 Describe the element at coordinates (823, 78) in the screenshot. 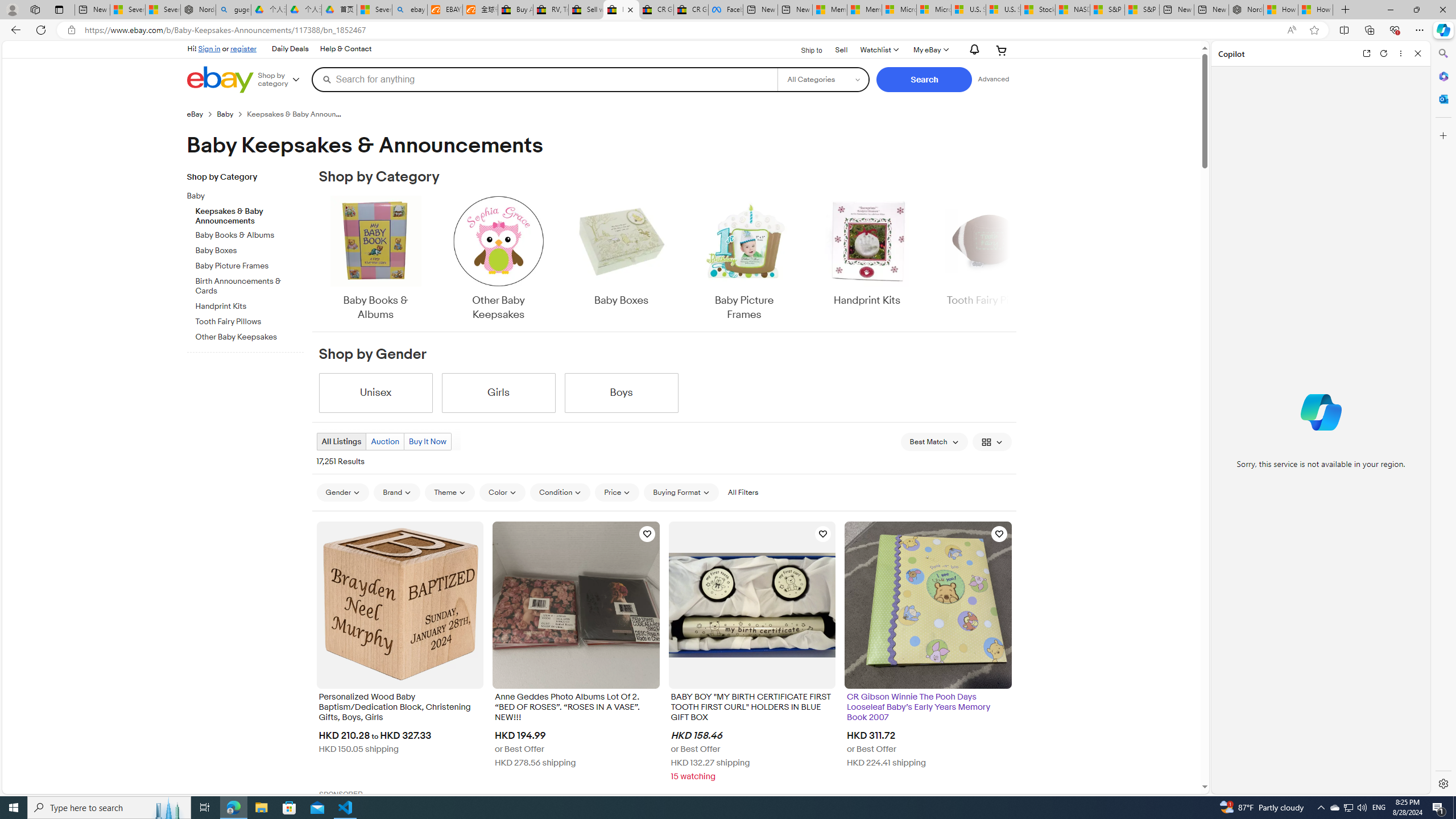

I see `'Select a category for search'` at that location.